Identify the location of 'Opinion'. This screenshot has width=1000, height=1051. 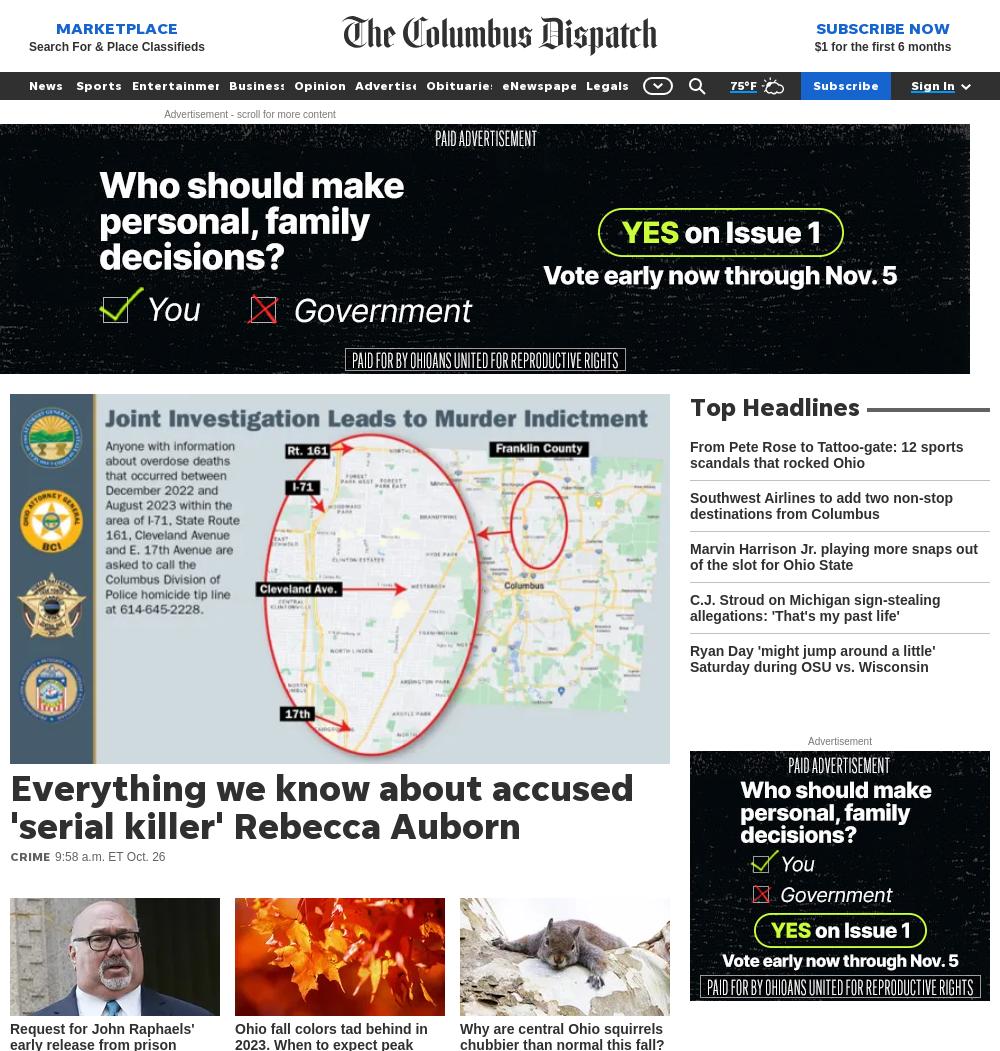
(319, 85).